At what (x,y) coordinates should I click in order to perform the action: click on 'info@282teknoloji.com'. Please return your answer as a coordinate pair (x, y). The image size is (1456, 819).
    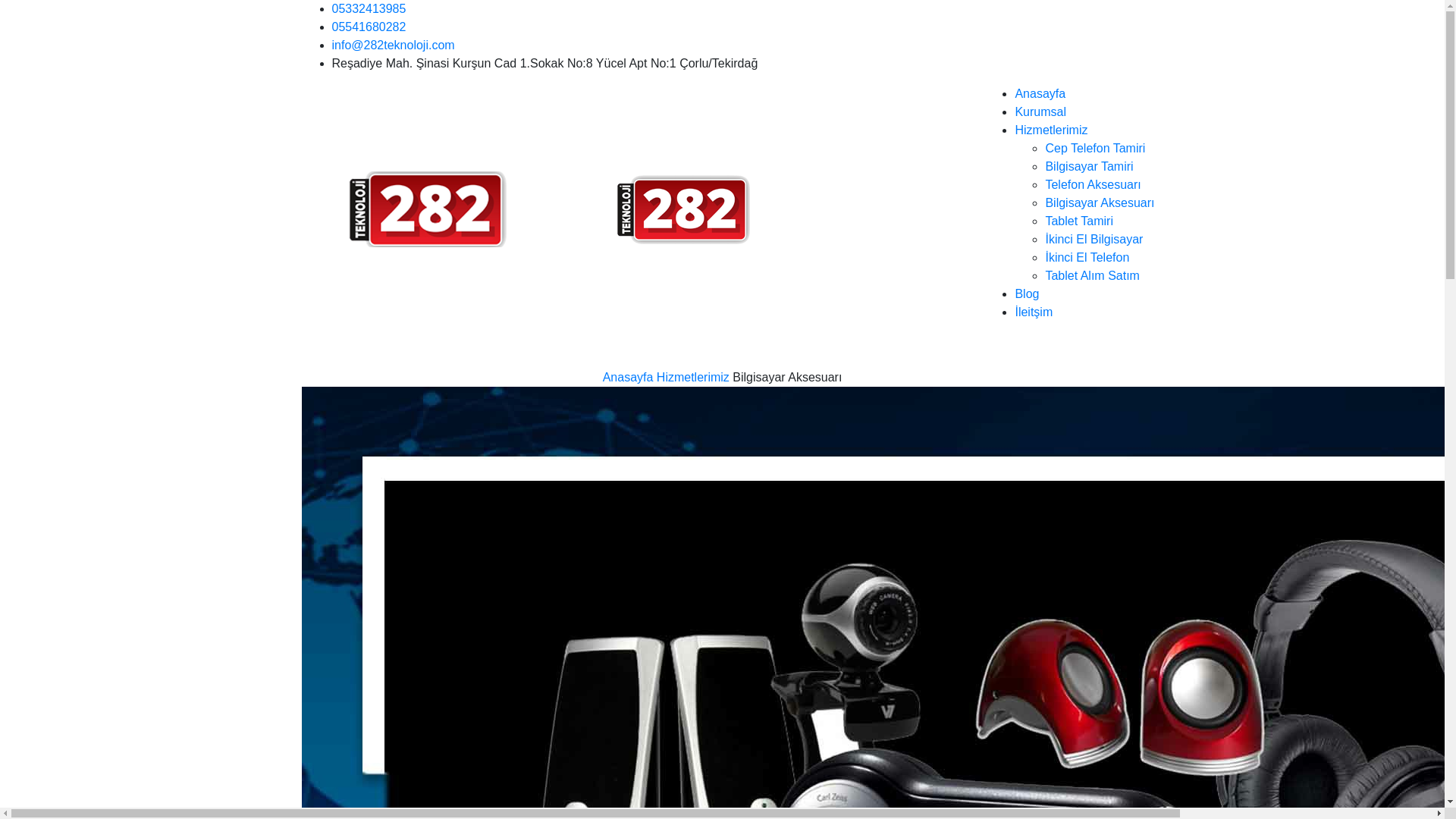
    Looking at the image, I should click on (393, 44).